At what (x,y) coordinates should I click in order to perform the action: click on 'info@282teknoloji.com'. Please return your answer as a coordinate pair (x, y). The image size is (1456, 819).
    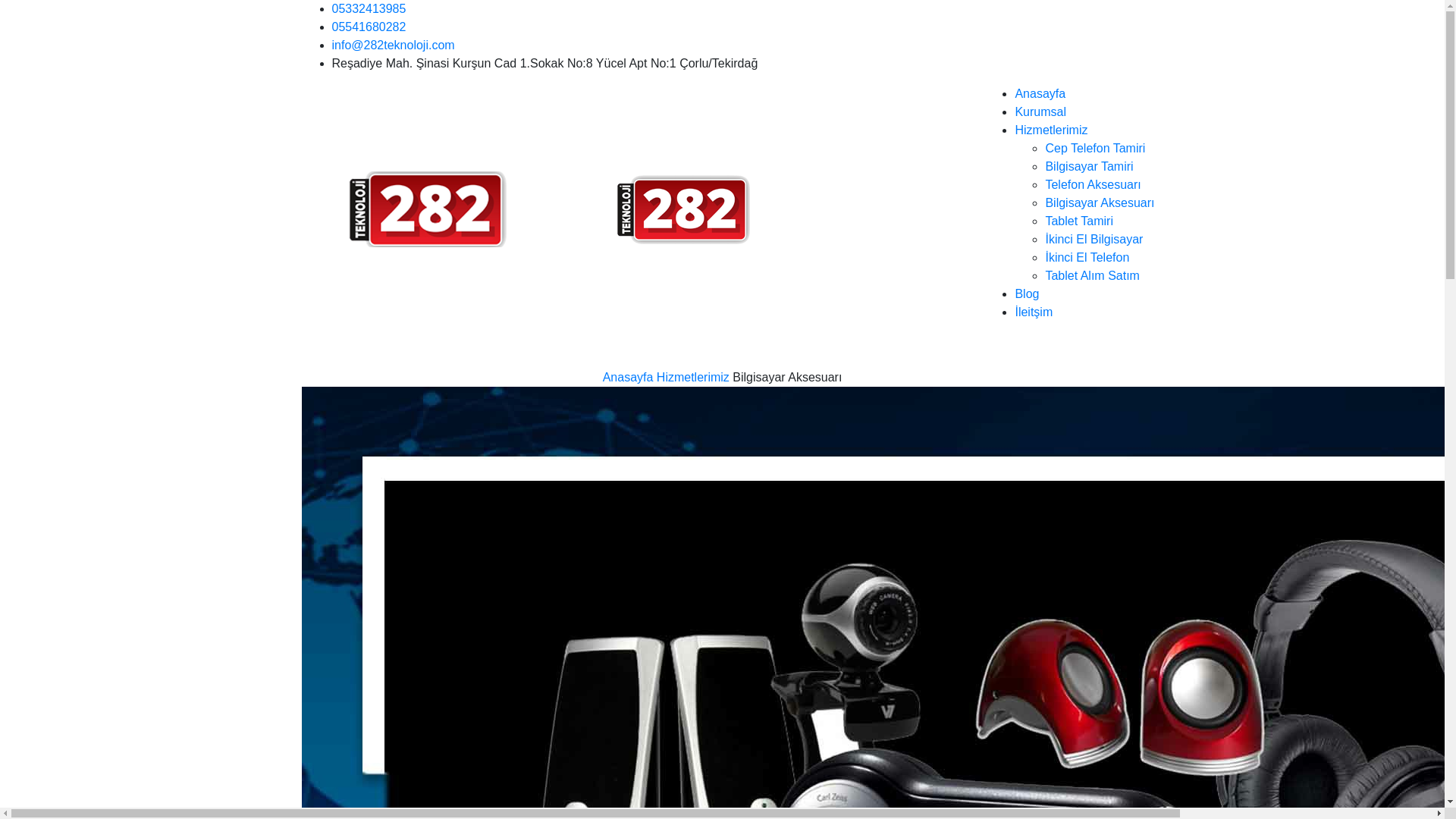
    Looking at the image, I should click on (393, 44).